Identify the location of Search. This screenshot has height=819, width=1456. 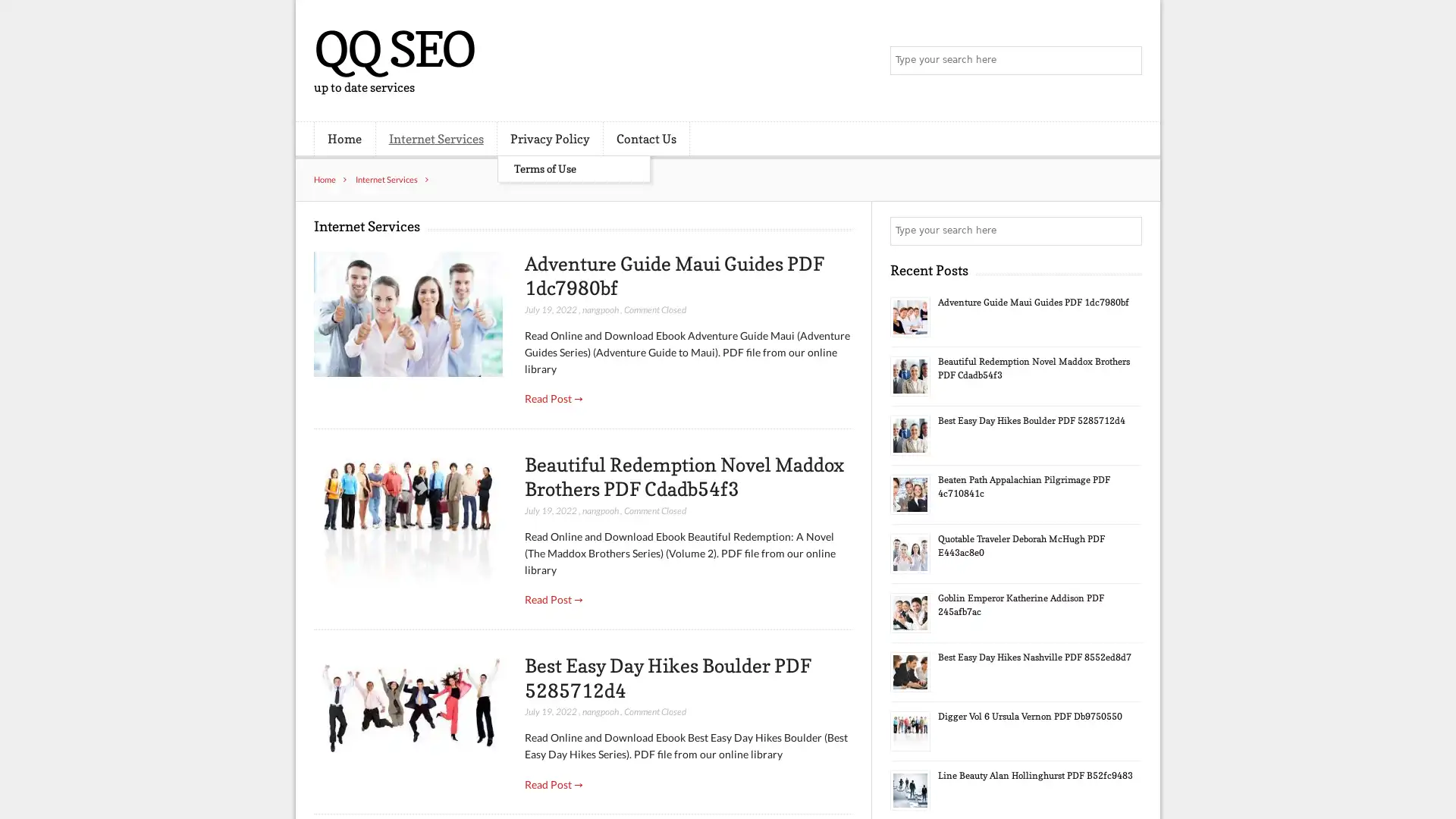
(1126, 61).